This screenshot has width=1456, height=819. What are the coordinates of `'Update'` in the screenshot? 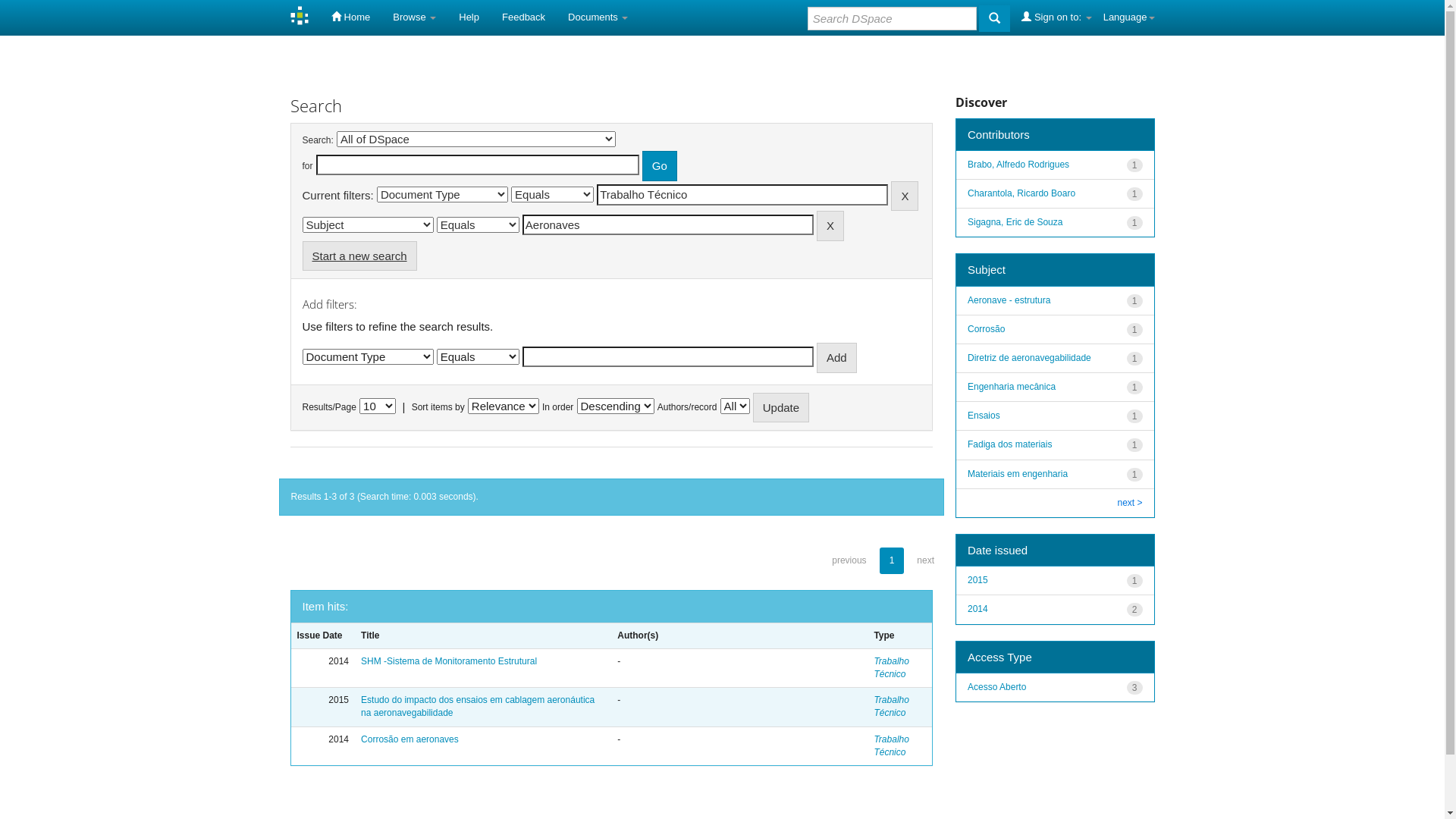 It's located at (781, 406).